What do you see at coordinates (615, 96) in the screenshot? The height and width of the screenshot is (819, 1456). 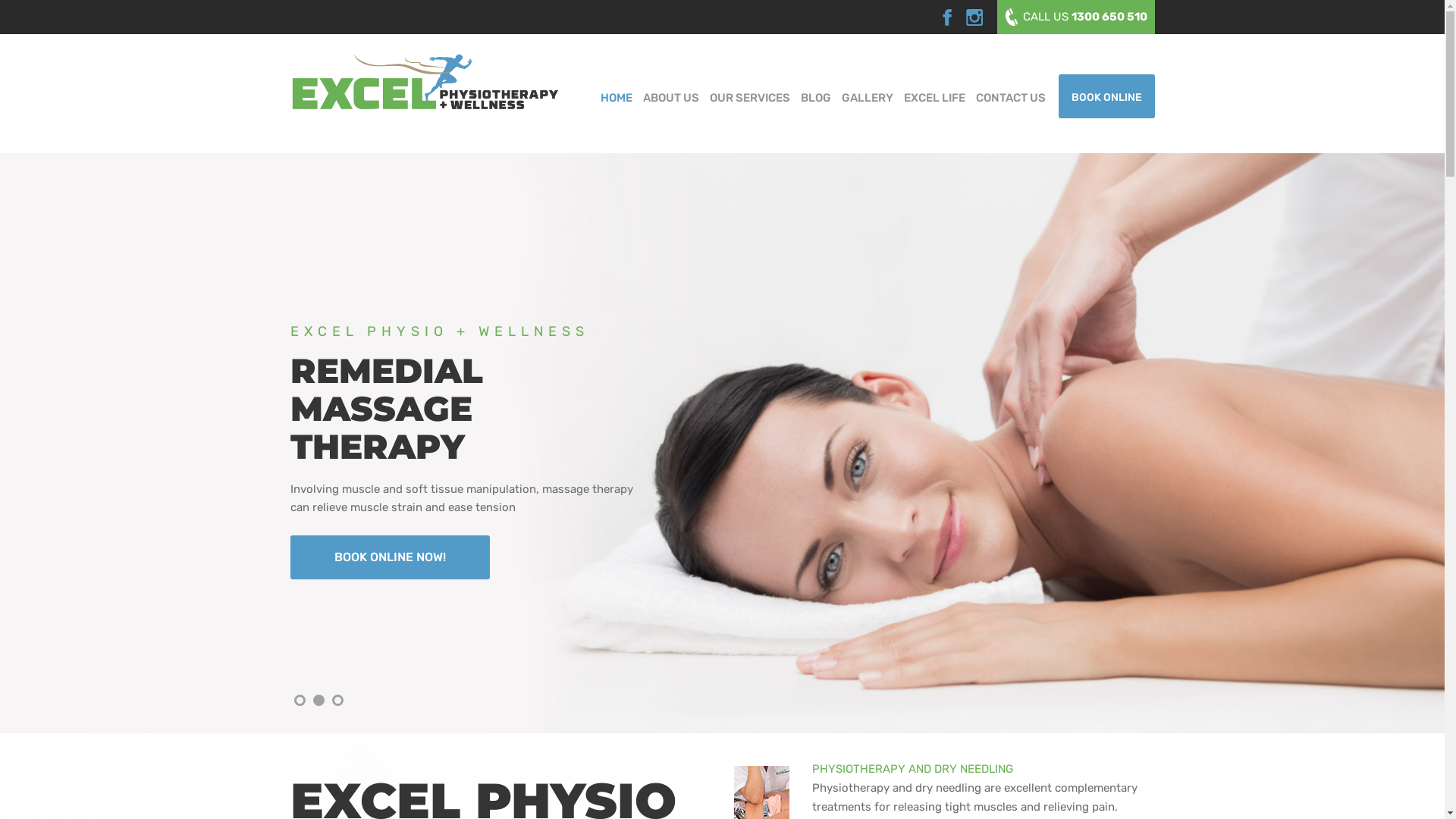 I see `'HOME'` at bounding box center [615, 96].